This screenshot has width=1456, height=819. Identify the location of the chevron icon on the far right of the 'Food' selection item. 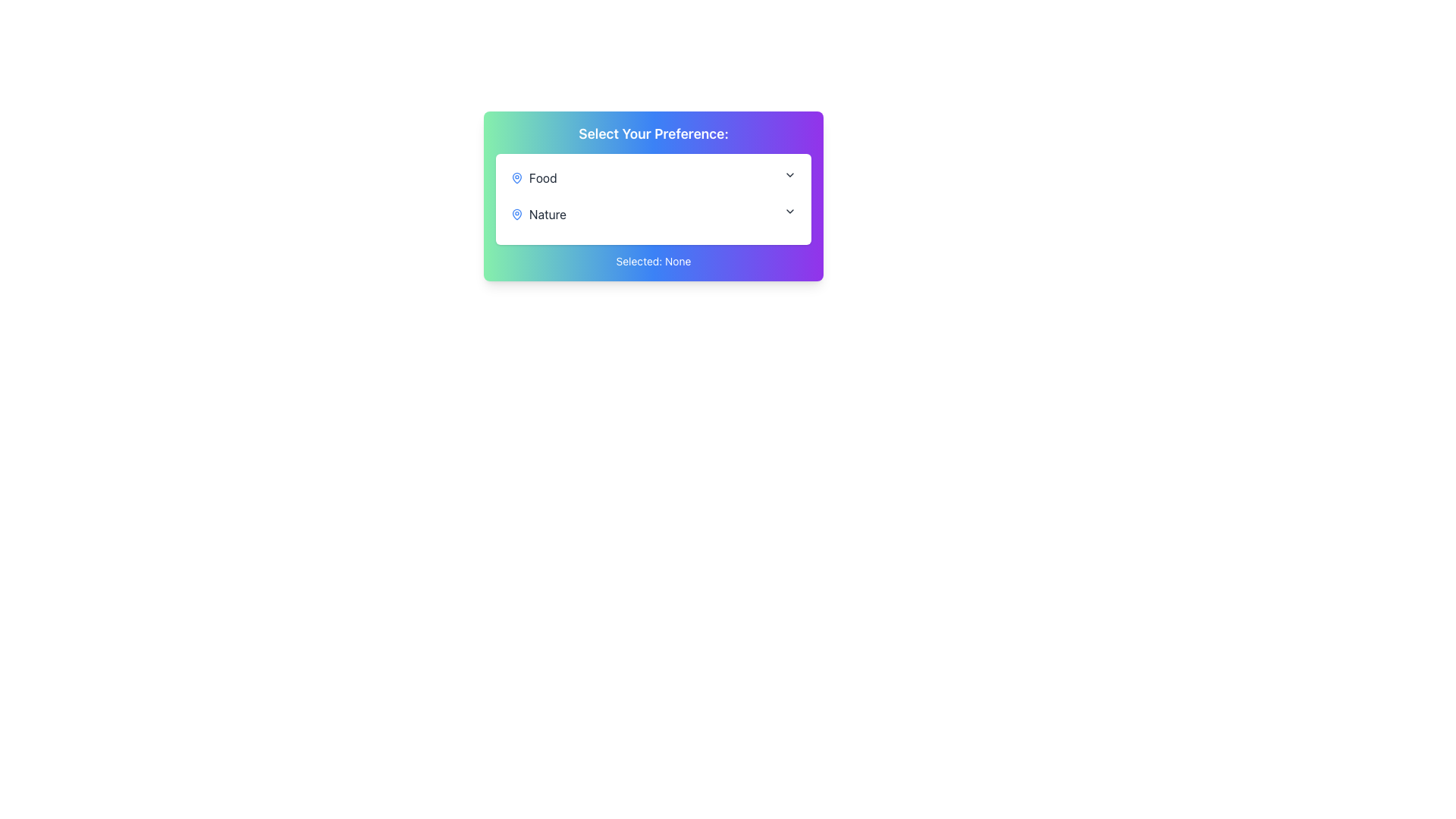
(789, 174).